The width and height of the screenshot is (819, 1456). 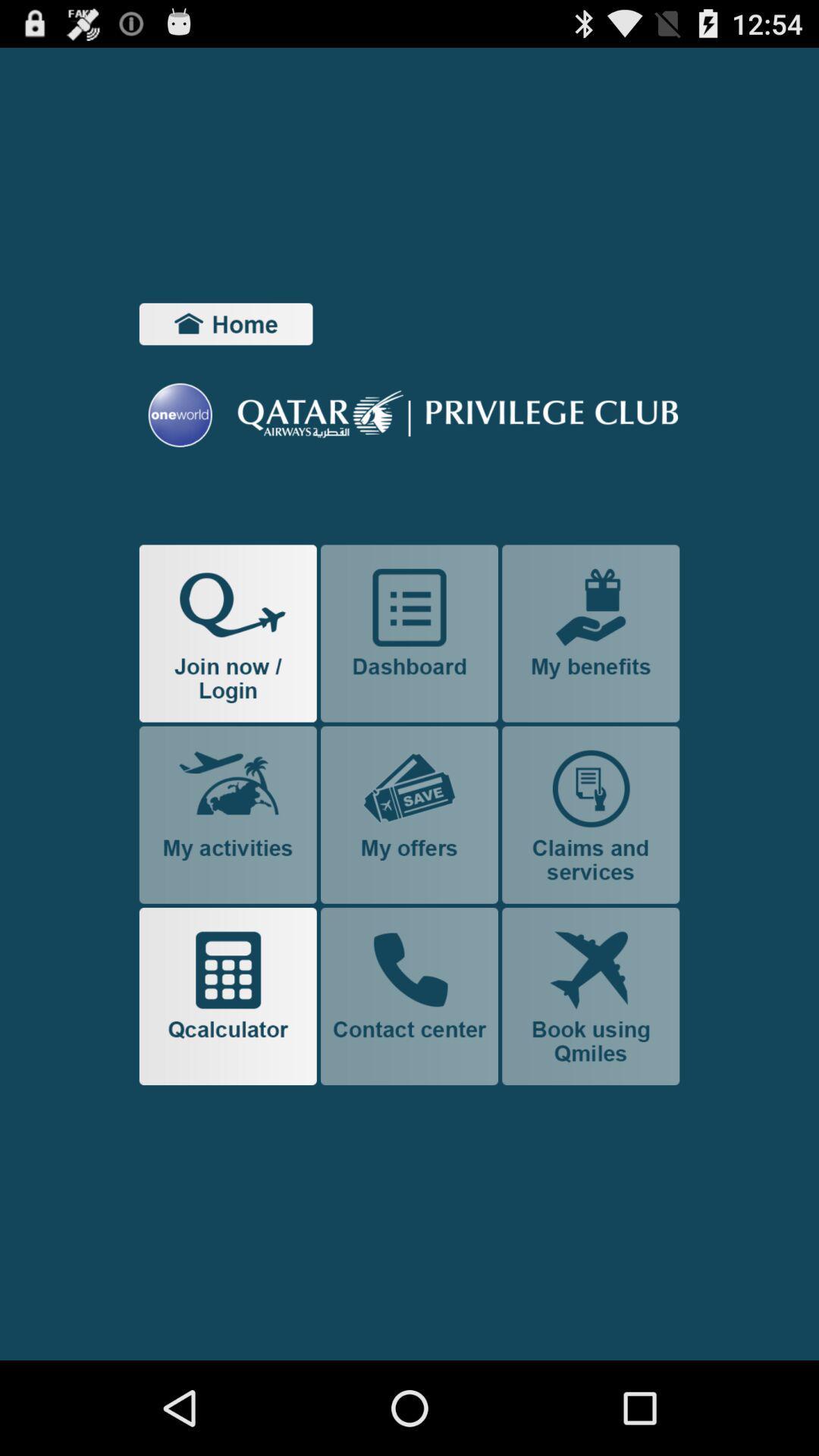 What do you see at coordinates (590, 996) in the screenshot?
I see `choose book using qmiles` at bounding box center [590, 996].